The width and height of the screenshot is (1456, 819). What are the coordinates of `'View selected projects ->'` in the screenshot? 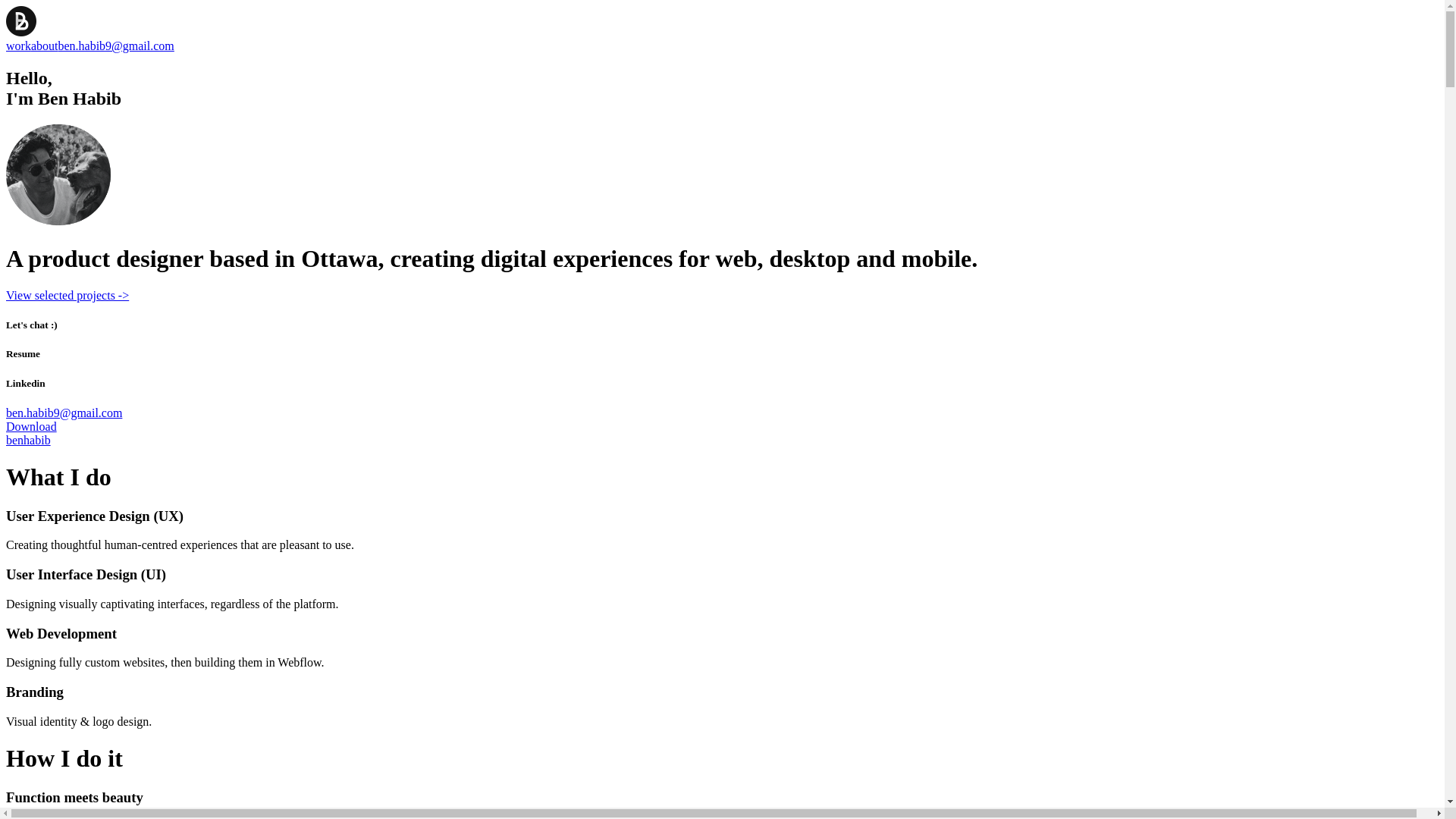 It's located at (721, 295).